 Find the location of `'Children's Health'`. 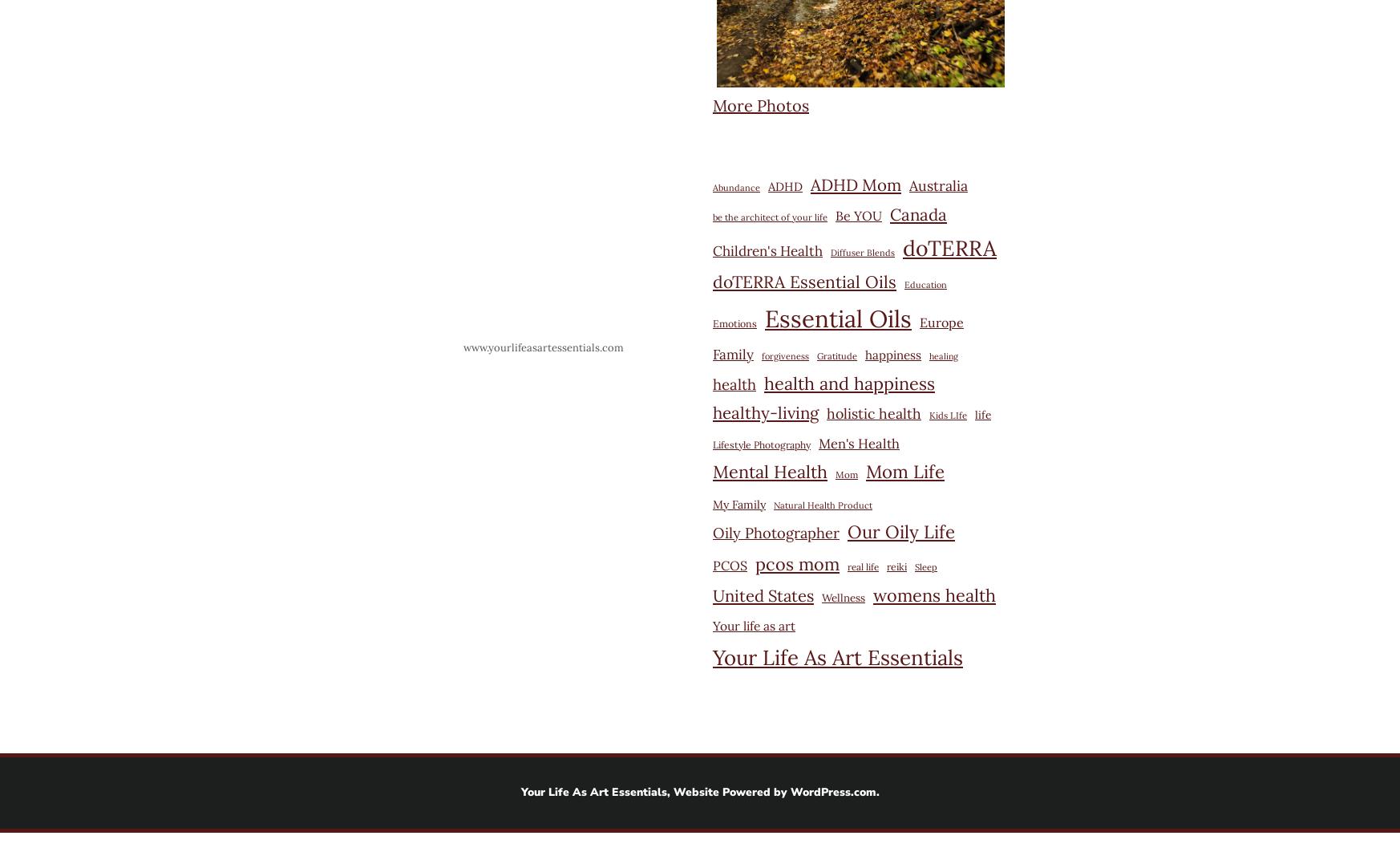

'Children's Health' is located at coordinates (712, 250).